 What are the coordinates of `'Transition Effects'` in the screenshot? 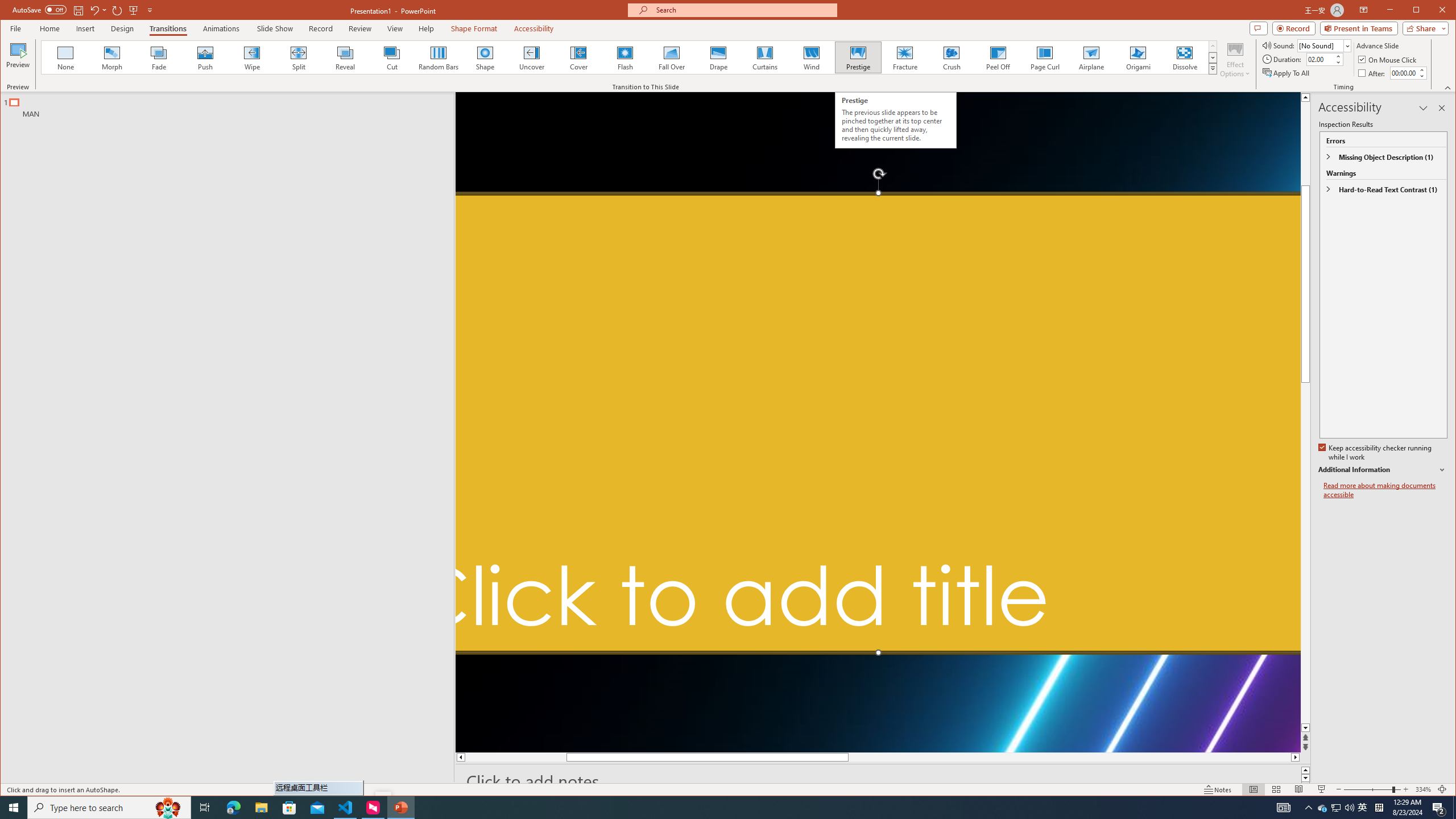 It's located at (1212, 68).